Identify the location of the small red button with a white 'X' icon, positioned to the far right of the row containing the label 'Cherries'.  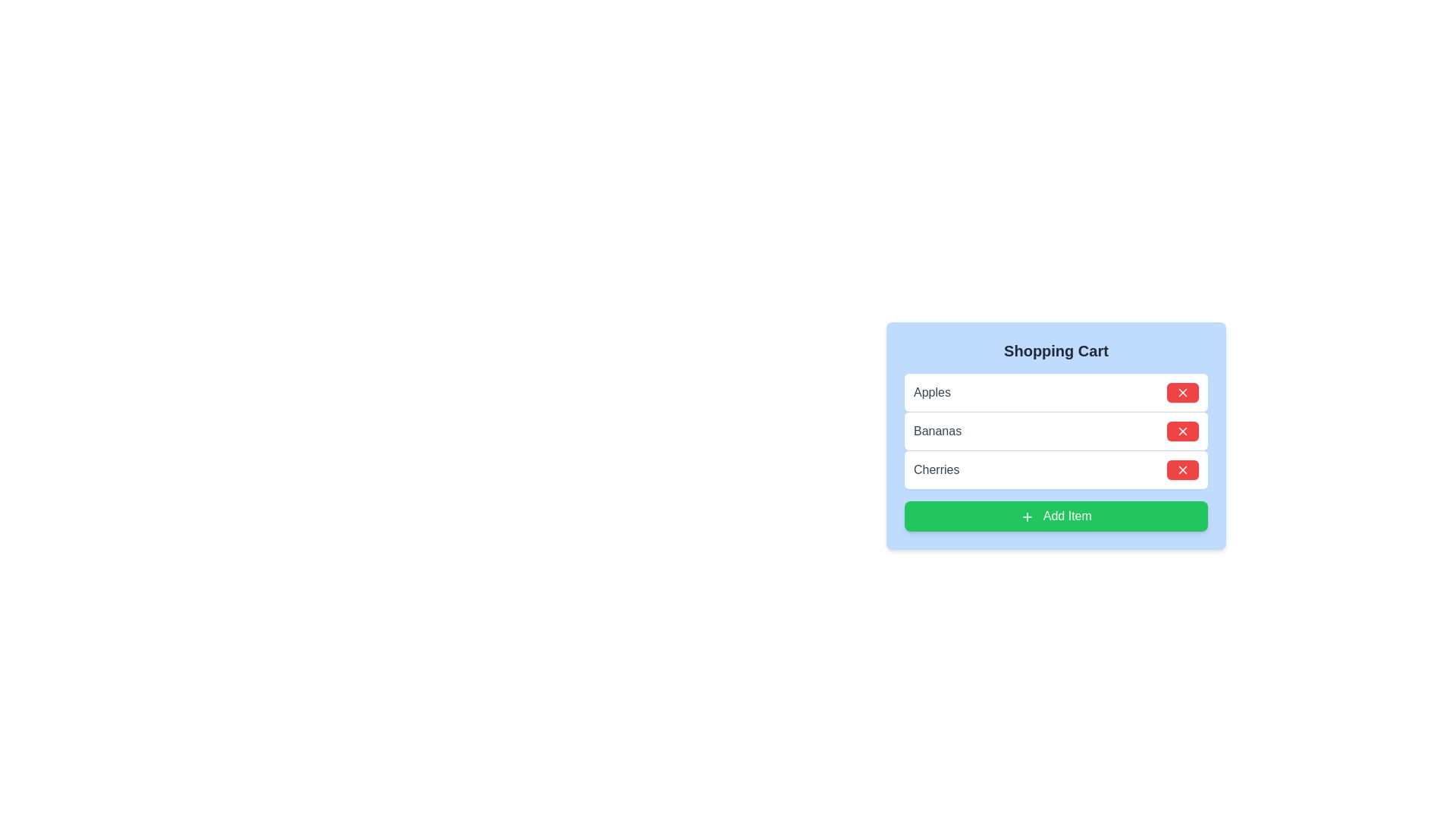
(1182, 469).